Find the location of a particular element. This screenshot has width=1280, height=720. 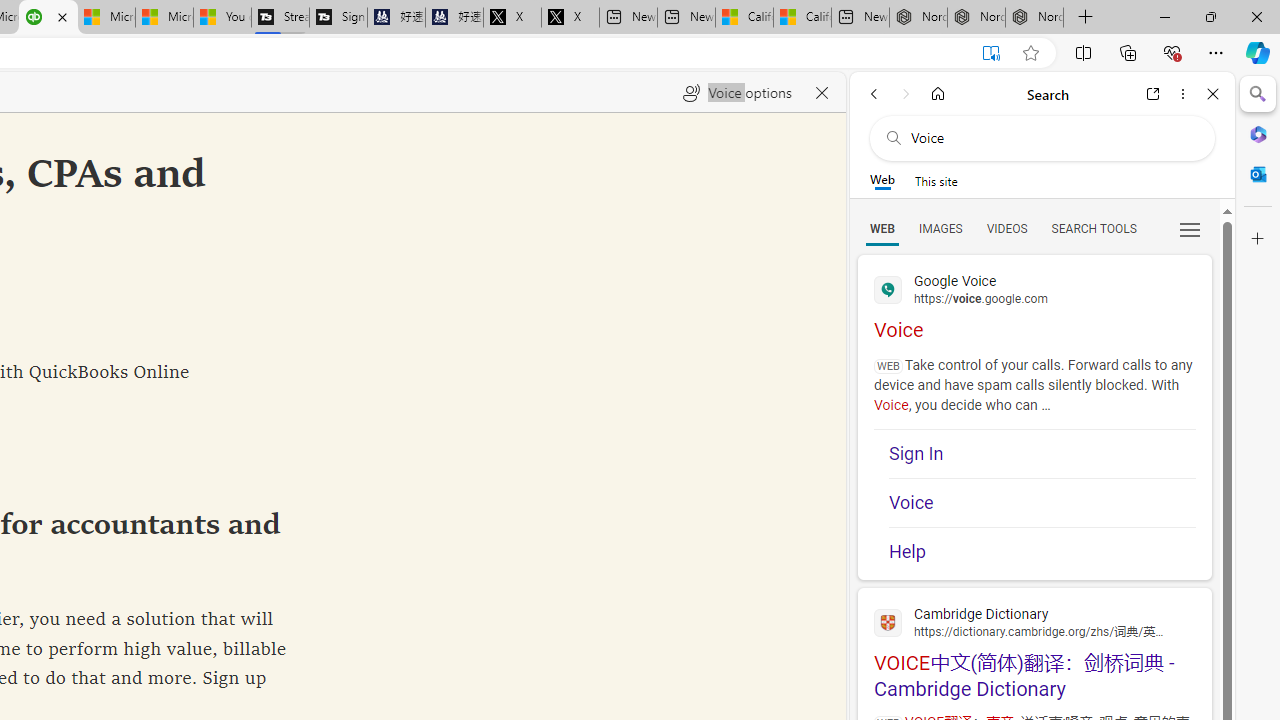

'Streaming Coverage | T3' is located at coordinates (279, 17).